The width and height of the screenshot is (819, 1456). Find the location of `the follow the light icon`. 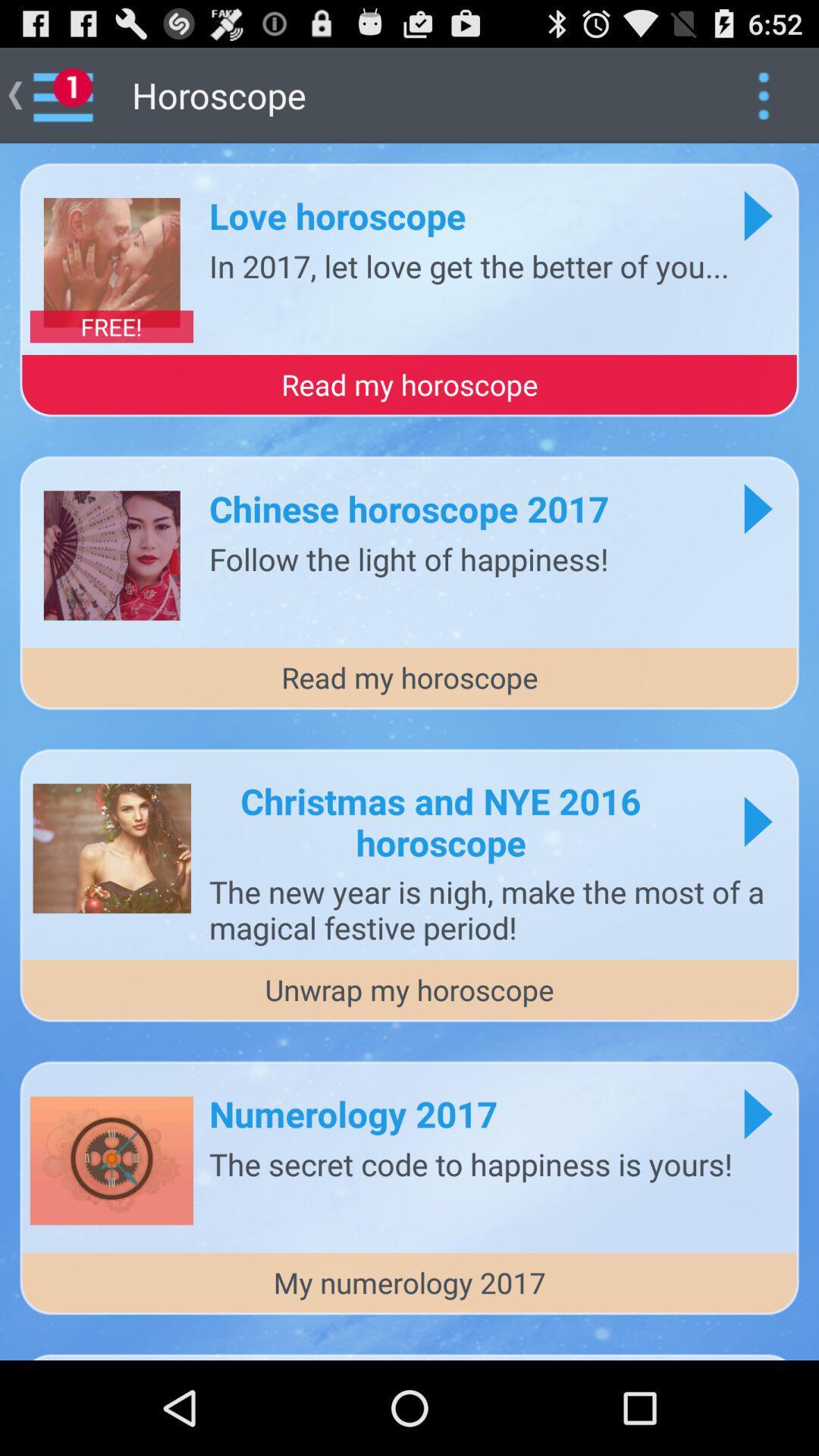

the follow the light icon is located at coordinates (408, 557).